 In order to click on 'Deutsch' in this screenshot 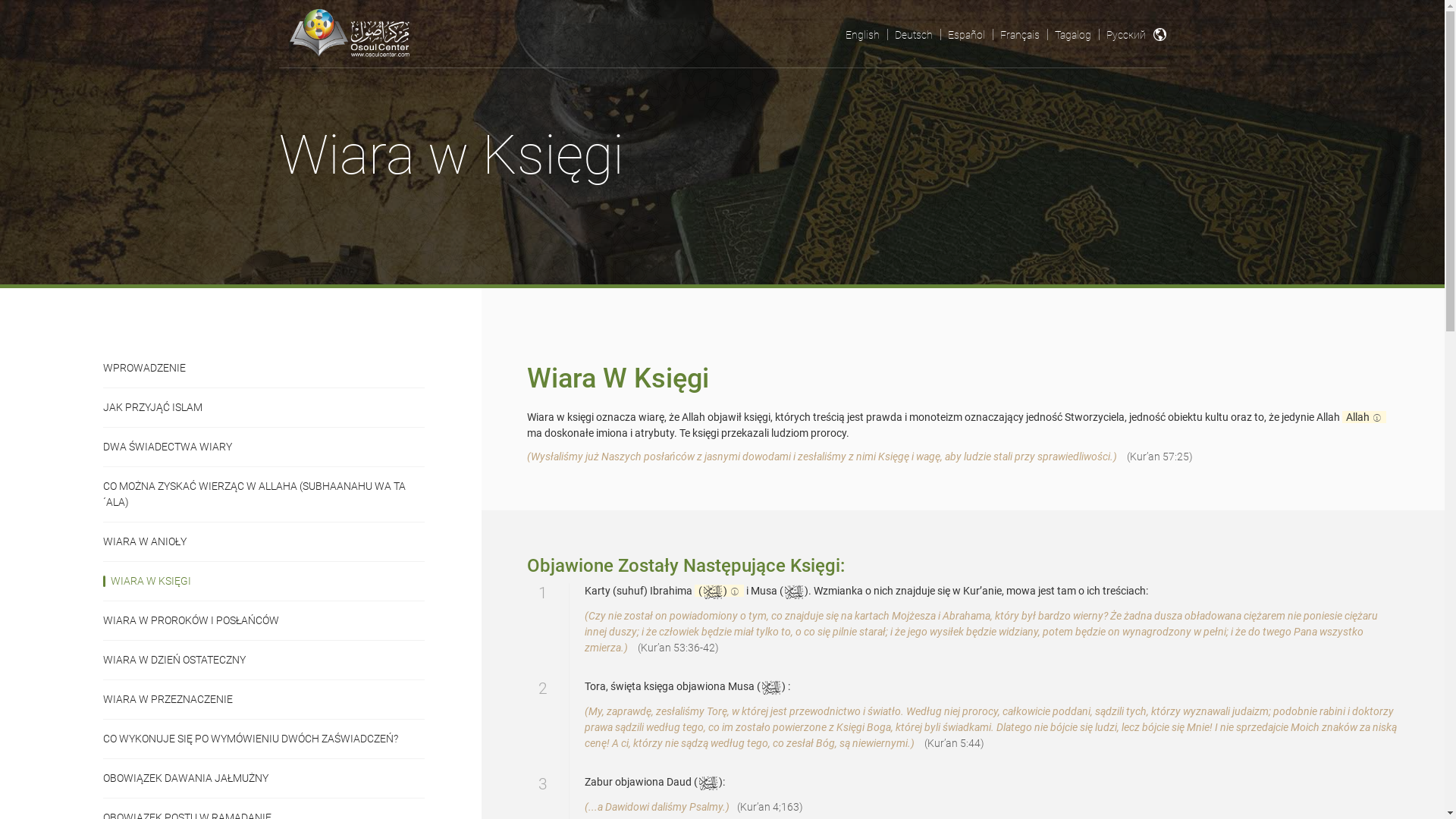, I will do `click(887, 34)`.